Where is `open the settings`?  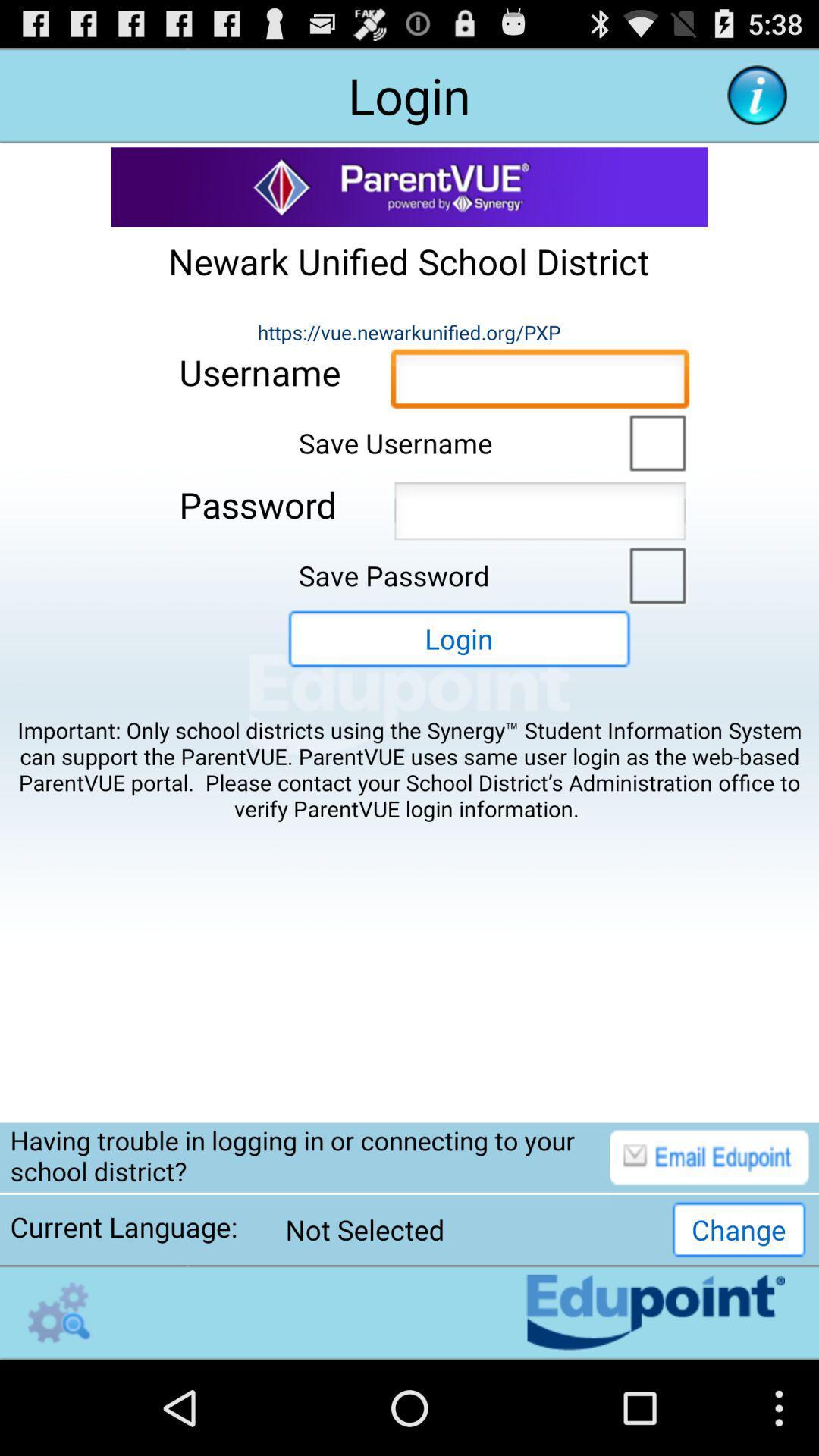 open the settings is located at coordinates (58, 1312).